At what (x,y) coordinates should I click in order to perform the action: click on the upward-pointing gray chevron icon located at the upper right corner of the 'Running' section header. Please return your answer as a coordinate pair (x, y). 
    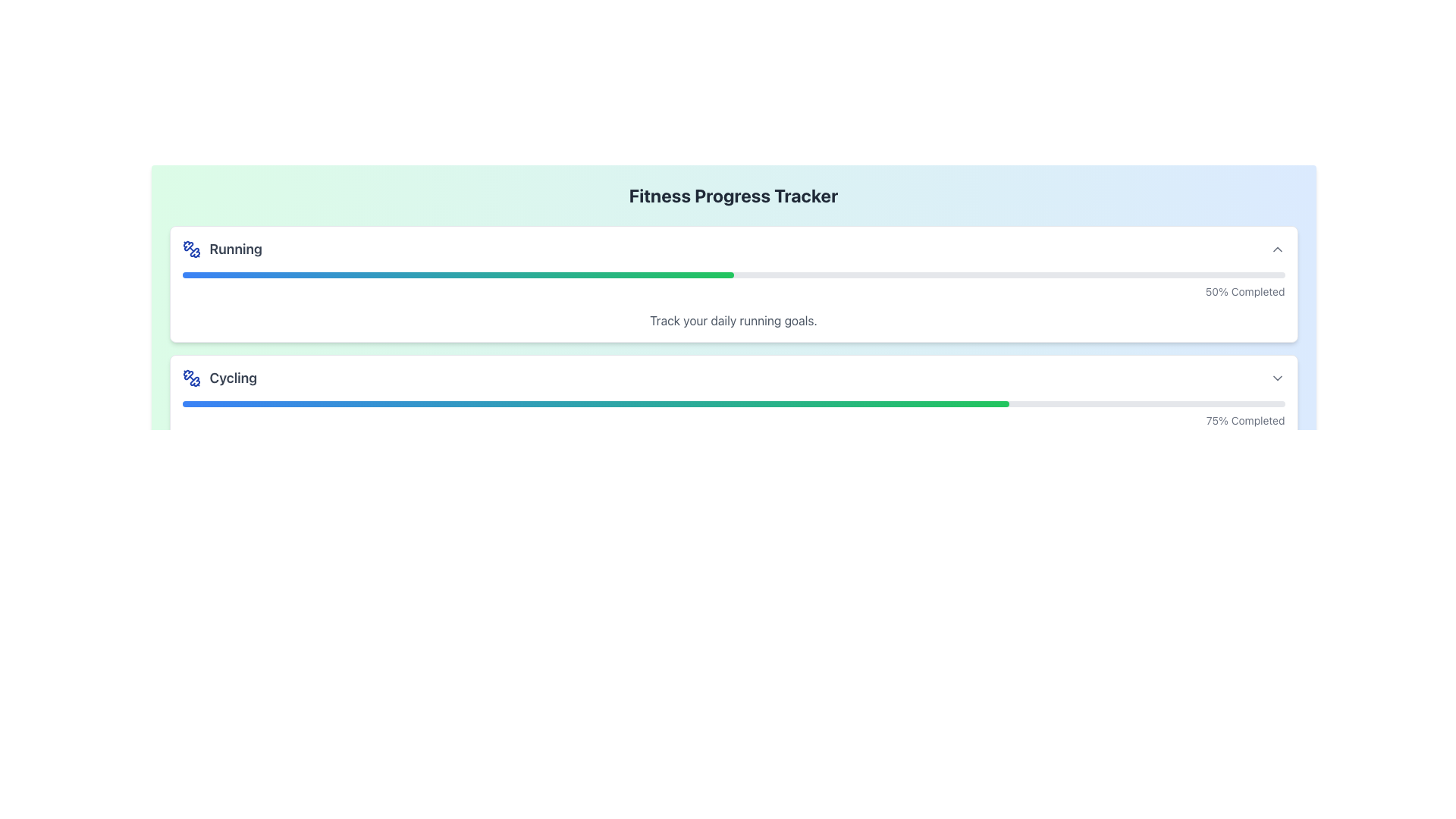
    Looking at the image, I should click on (1276, 248).